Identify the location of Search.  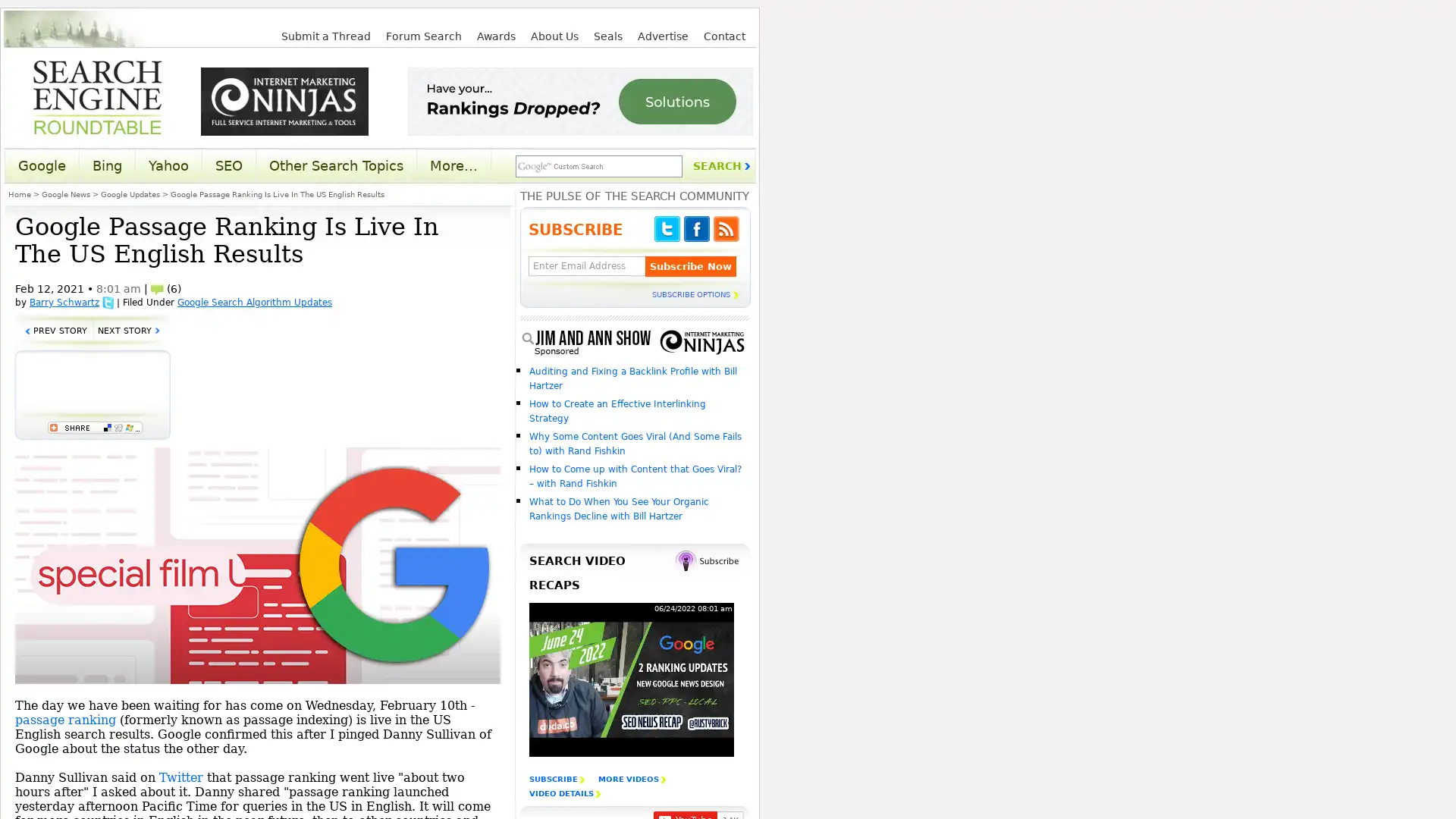
(720, 166).